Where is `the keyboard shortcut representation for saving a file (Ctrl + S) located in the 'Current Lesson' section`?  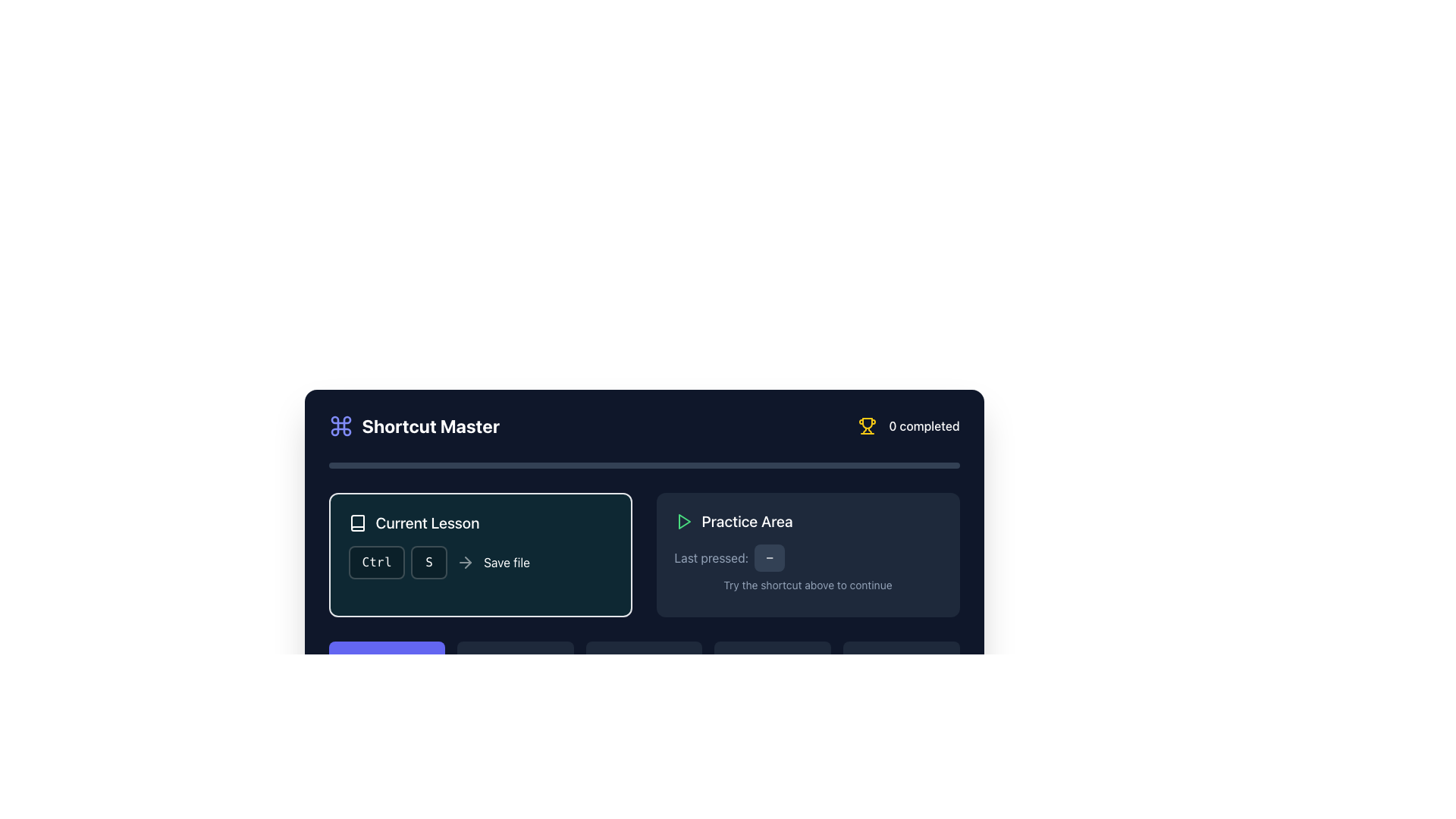
the keyboard shortcut representation for saving a file (Ctrl + S) located in the 'Current Lesson' section is located at coordinates (479, 562).